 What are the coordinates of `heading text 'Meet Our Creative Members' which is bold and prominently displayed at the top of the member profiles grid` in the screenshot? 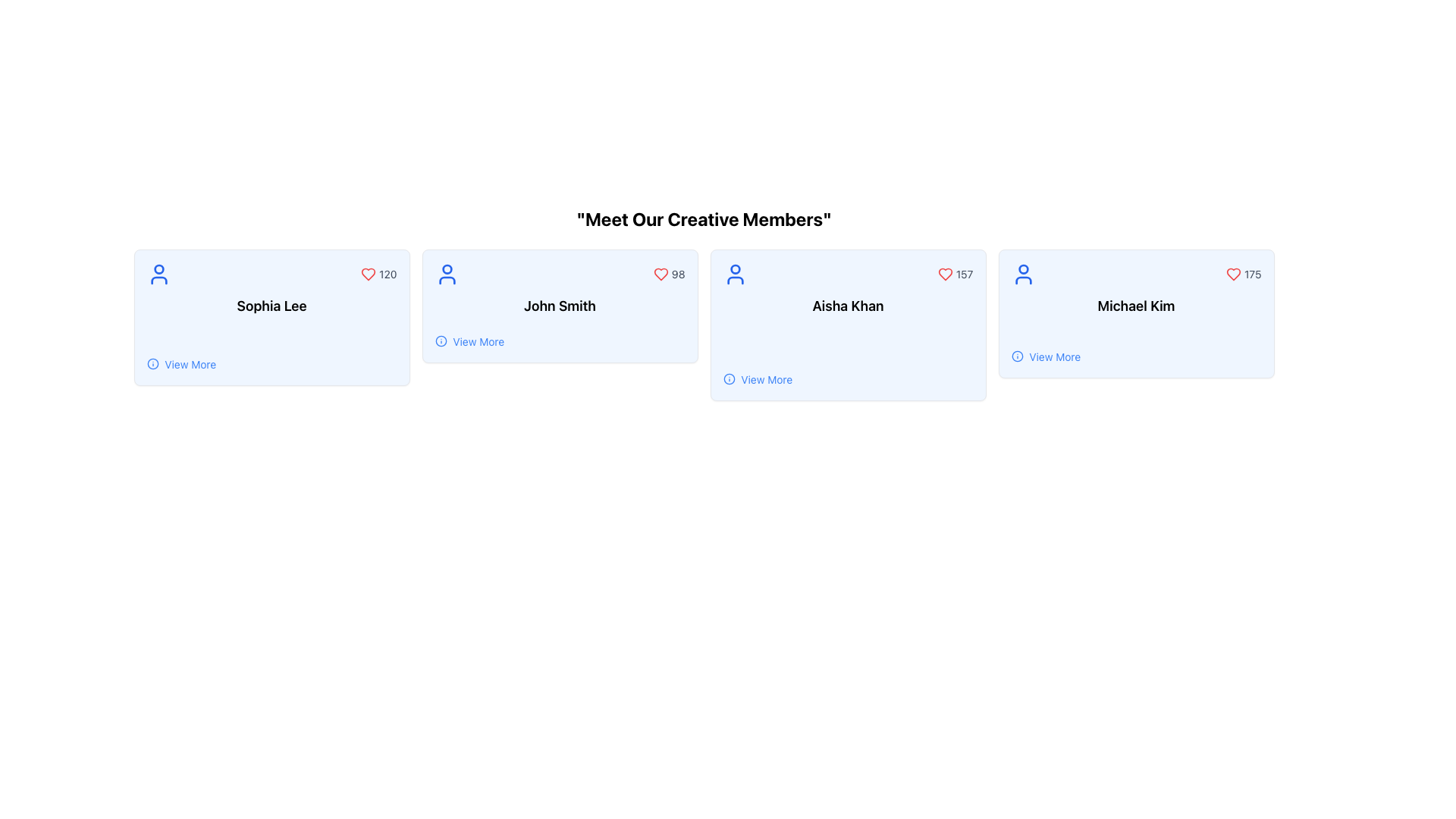 It's located at (703, 219).